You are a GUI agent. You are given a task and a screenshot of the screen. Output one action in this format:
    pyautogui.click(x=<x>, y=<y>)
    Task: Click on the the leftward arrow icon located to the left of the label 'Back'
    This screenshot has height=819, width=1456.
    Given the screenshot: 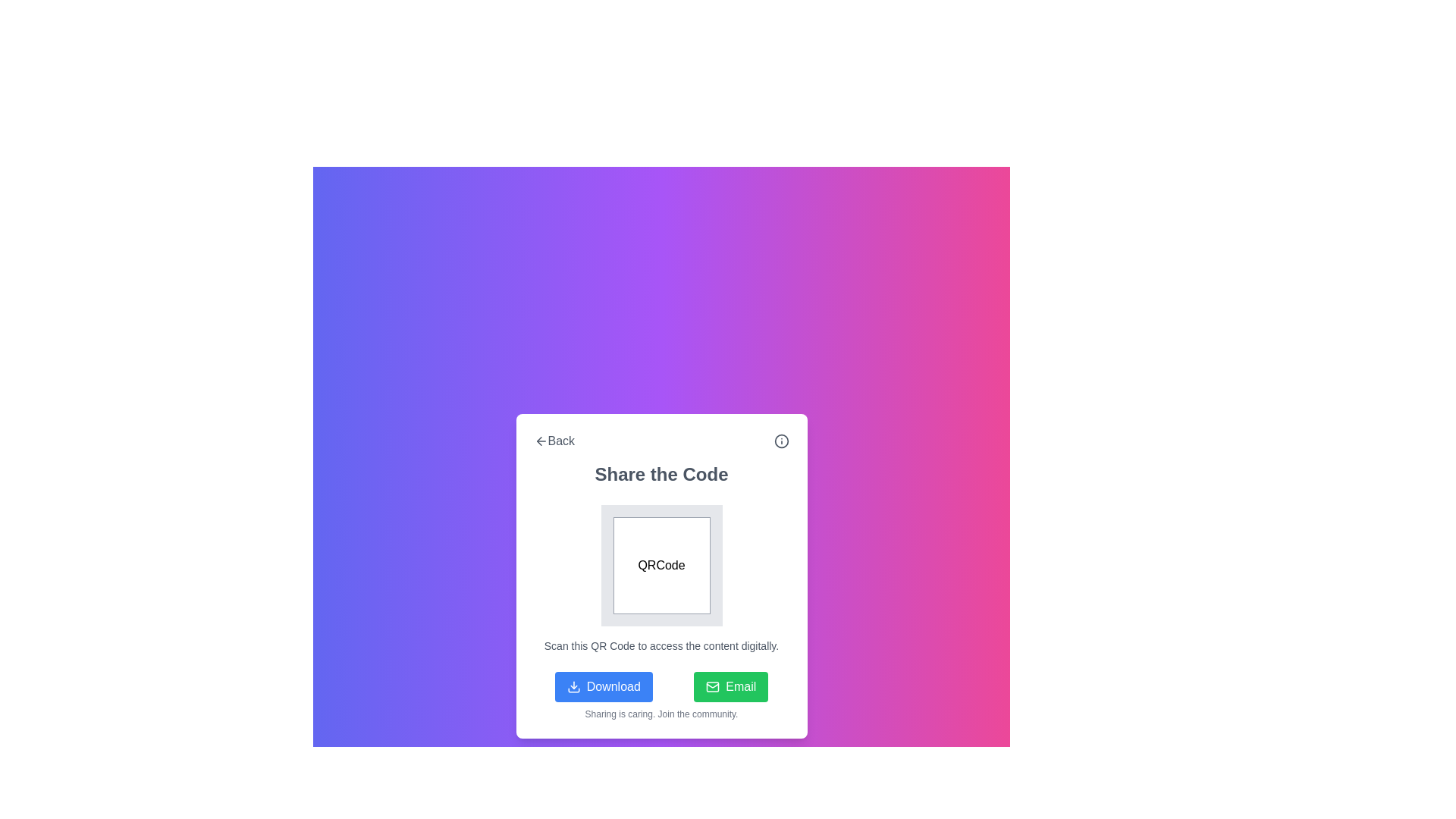 What is the action you would take?
    pyautogui.click(x=541, y=441)
    